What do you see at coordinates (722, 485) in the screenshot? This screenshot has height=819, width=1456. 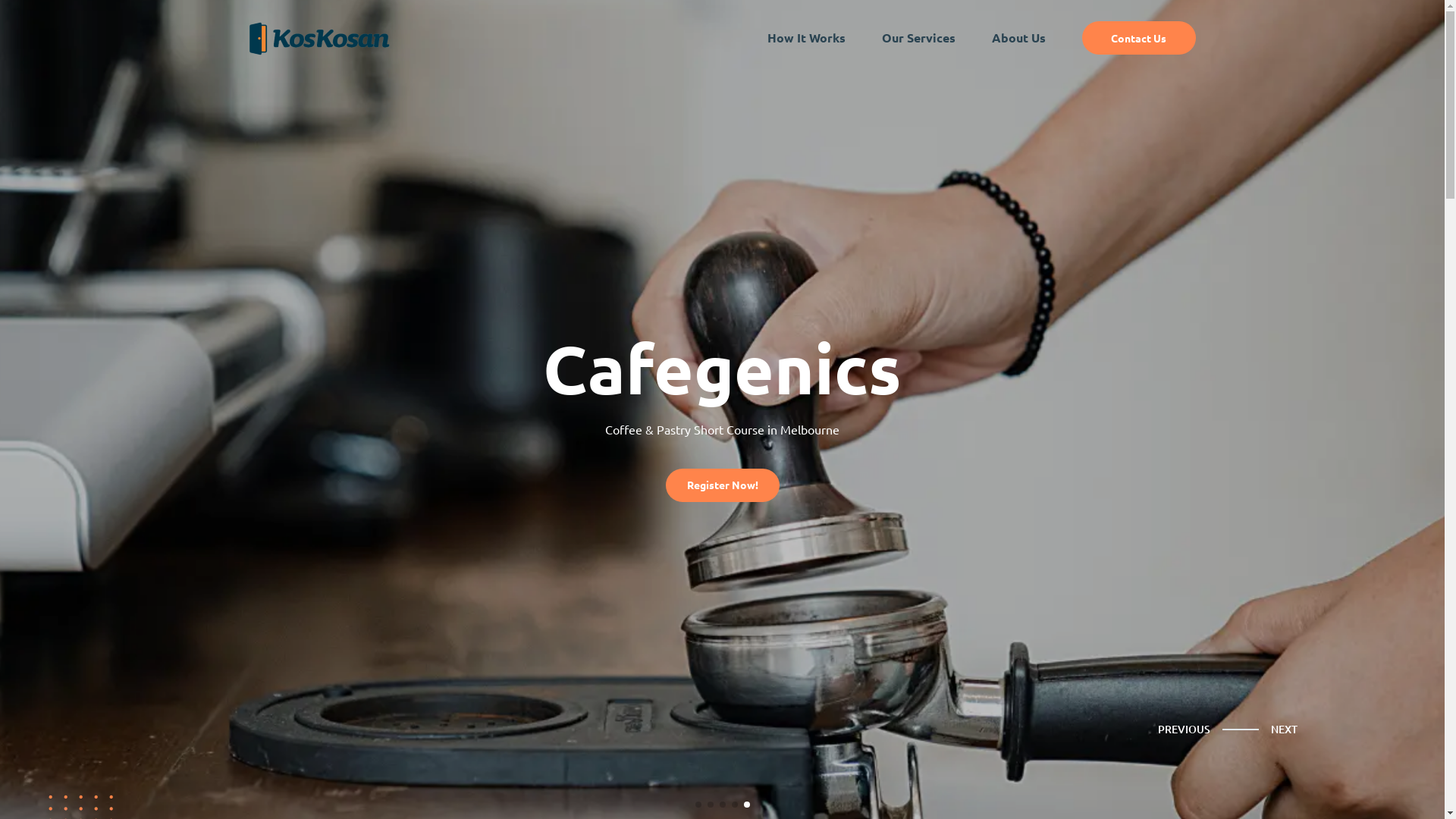 I see `'Register Now!'` at bounding box center [722, 485].